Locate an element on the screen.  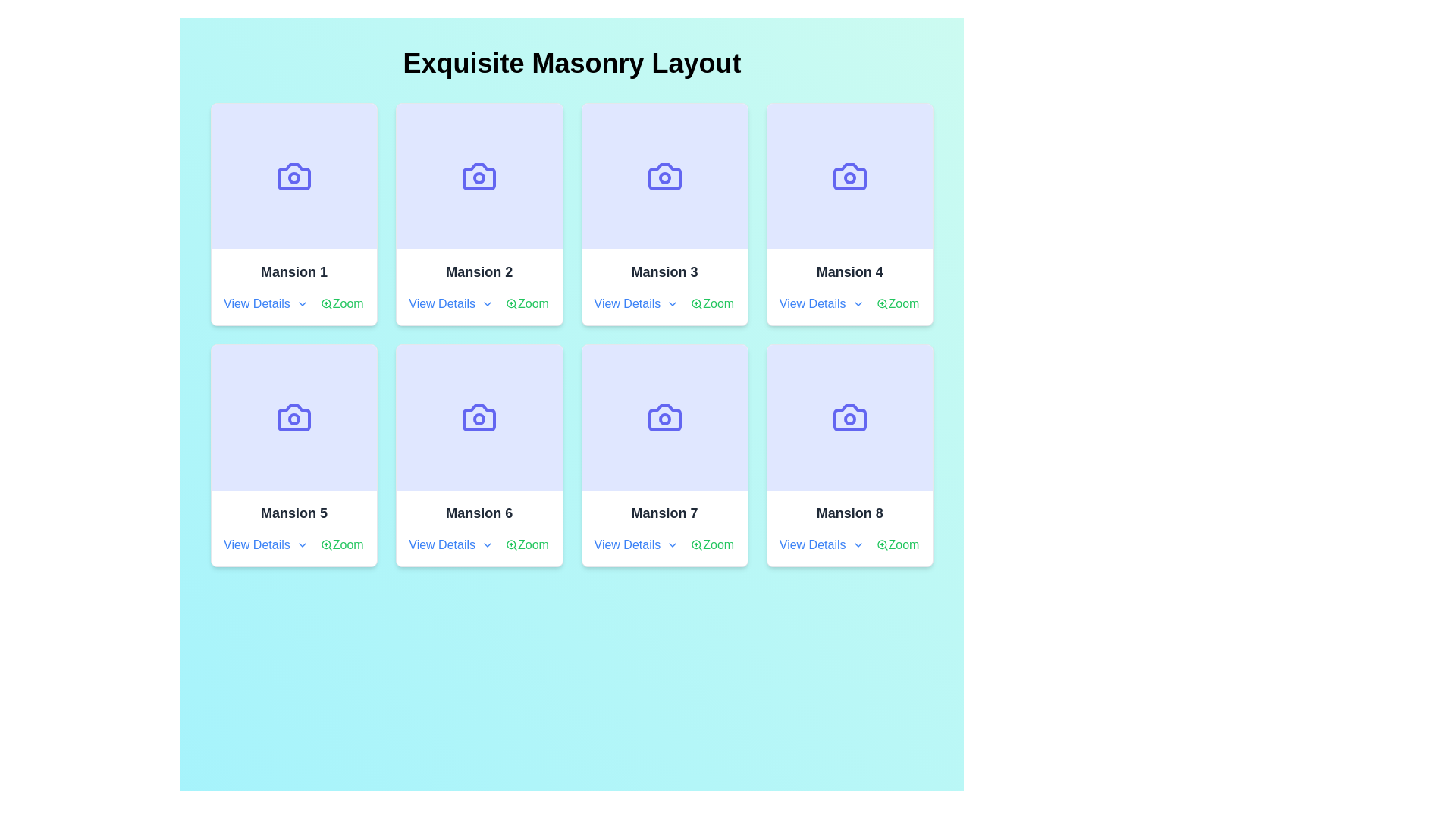
the icon representing the 'Mansion 1' card, which is centrally positioned in the top-left card of the 'Exquisite Masonry Layout.' is located at coordinates (294, 175).